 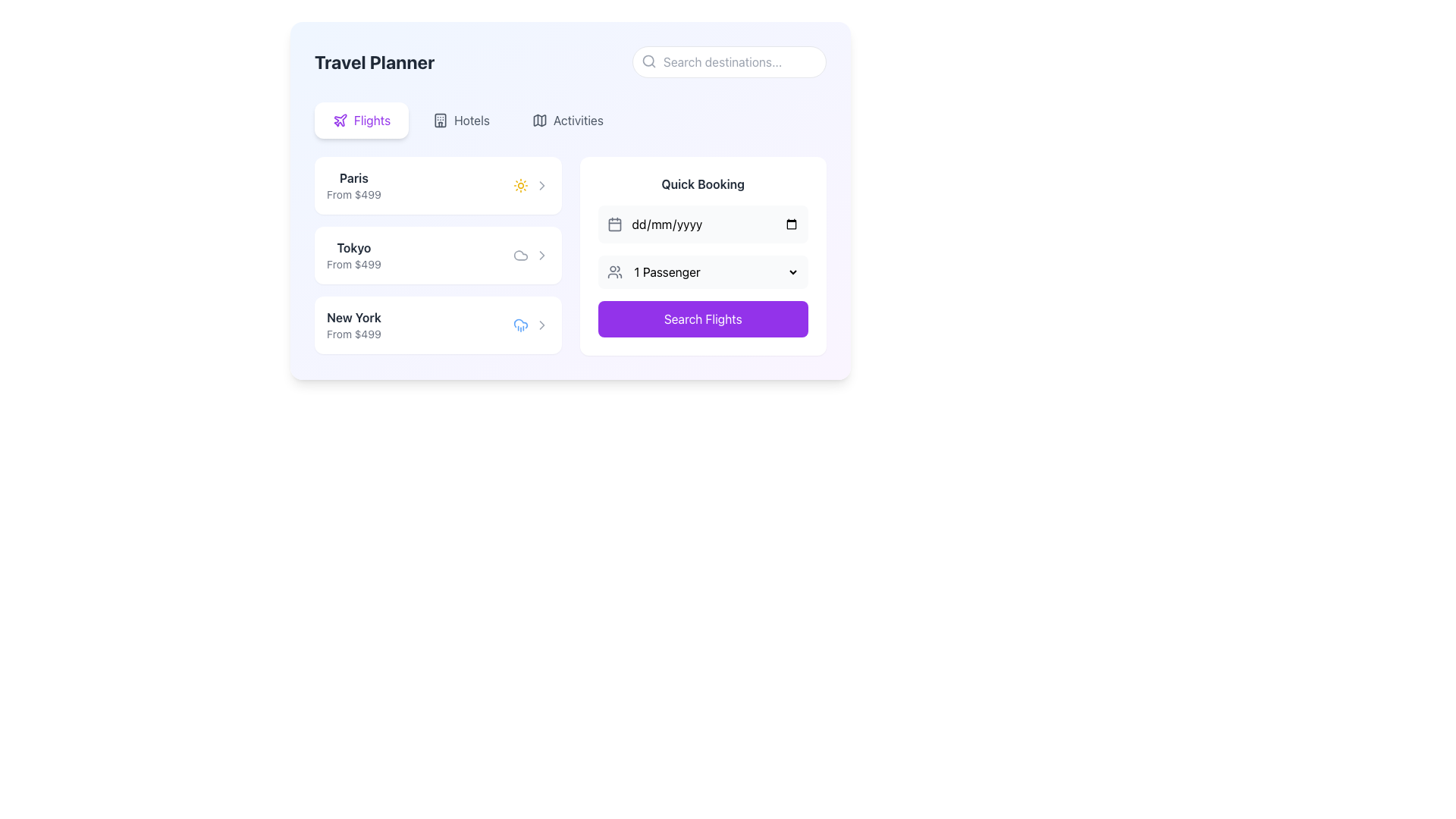 I want to click on the gray right-facing chevron icon located beside the 'New York' flight option in the flights section, so click(x=541, y=324).